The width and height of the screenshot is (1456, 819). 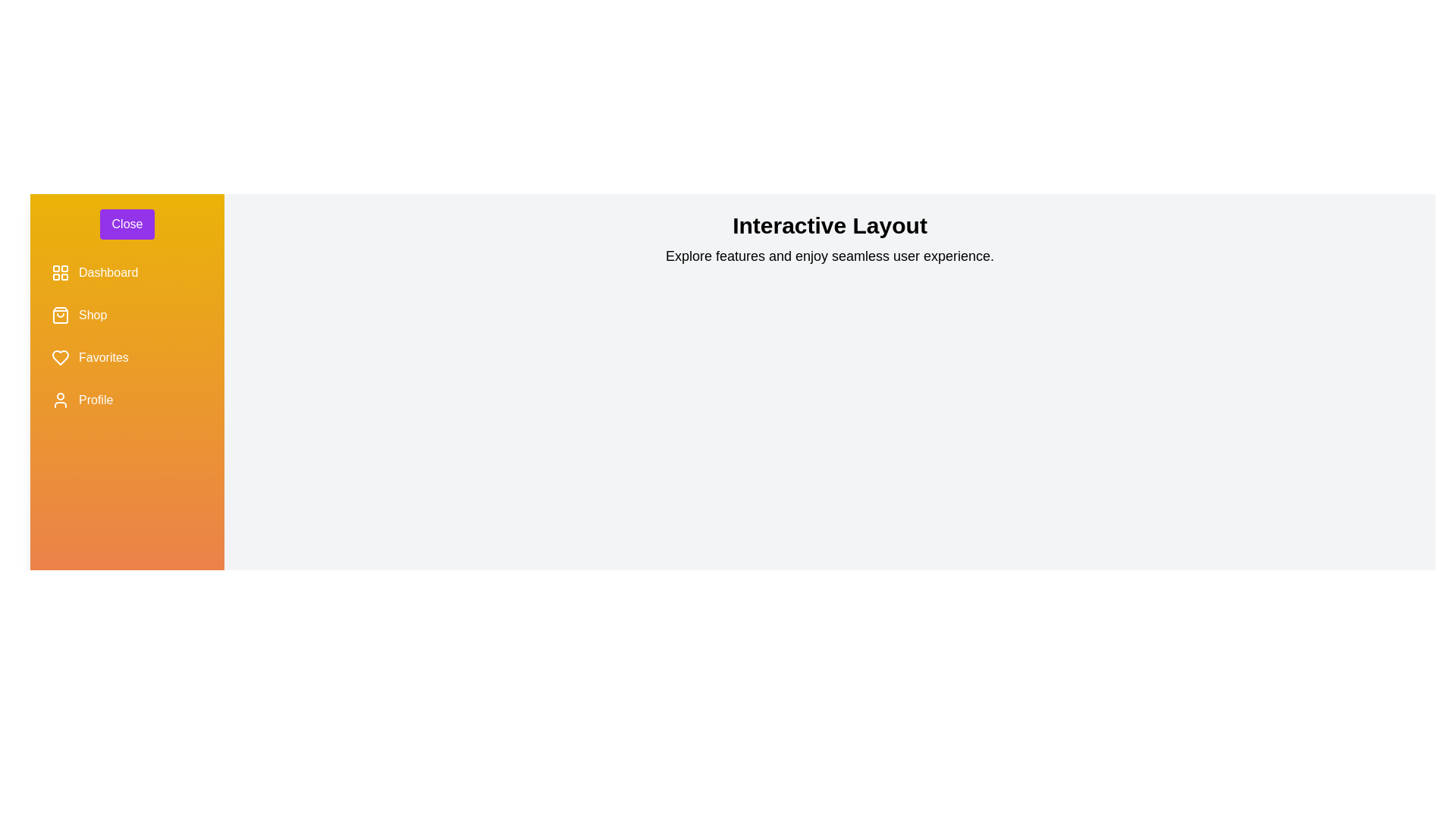 What do you see at coordinates (127, 357) in the screenshot?
I see `the menu item labeled Favorites to observe its hover effect` at bounding box center [127, 357].